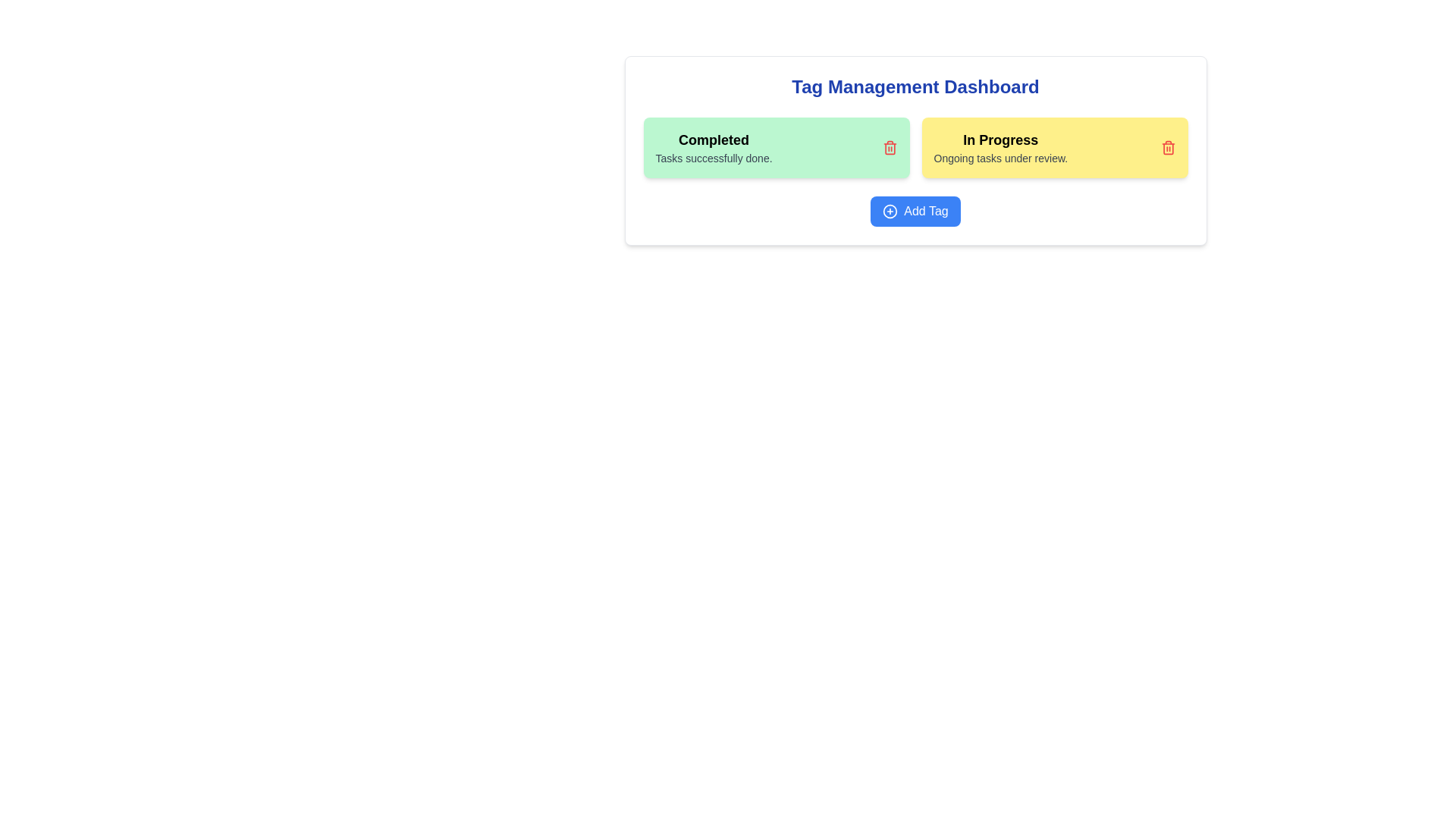 The image size is (1456, 819). What do you see at coordinates (1000, 158) in the screenshot?
I see `the static text label that reads 'Ongoing tasks under review.' located under the 'In Progress' heading within a yellow background pane` at bounding box center [1000, 158].